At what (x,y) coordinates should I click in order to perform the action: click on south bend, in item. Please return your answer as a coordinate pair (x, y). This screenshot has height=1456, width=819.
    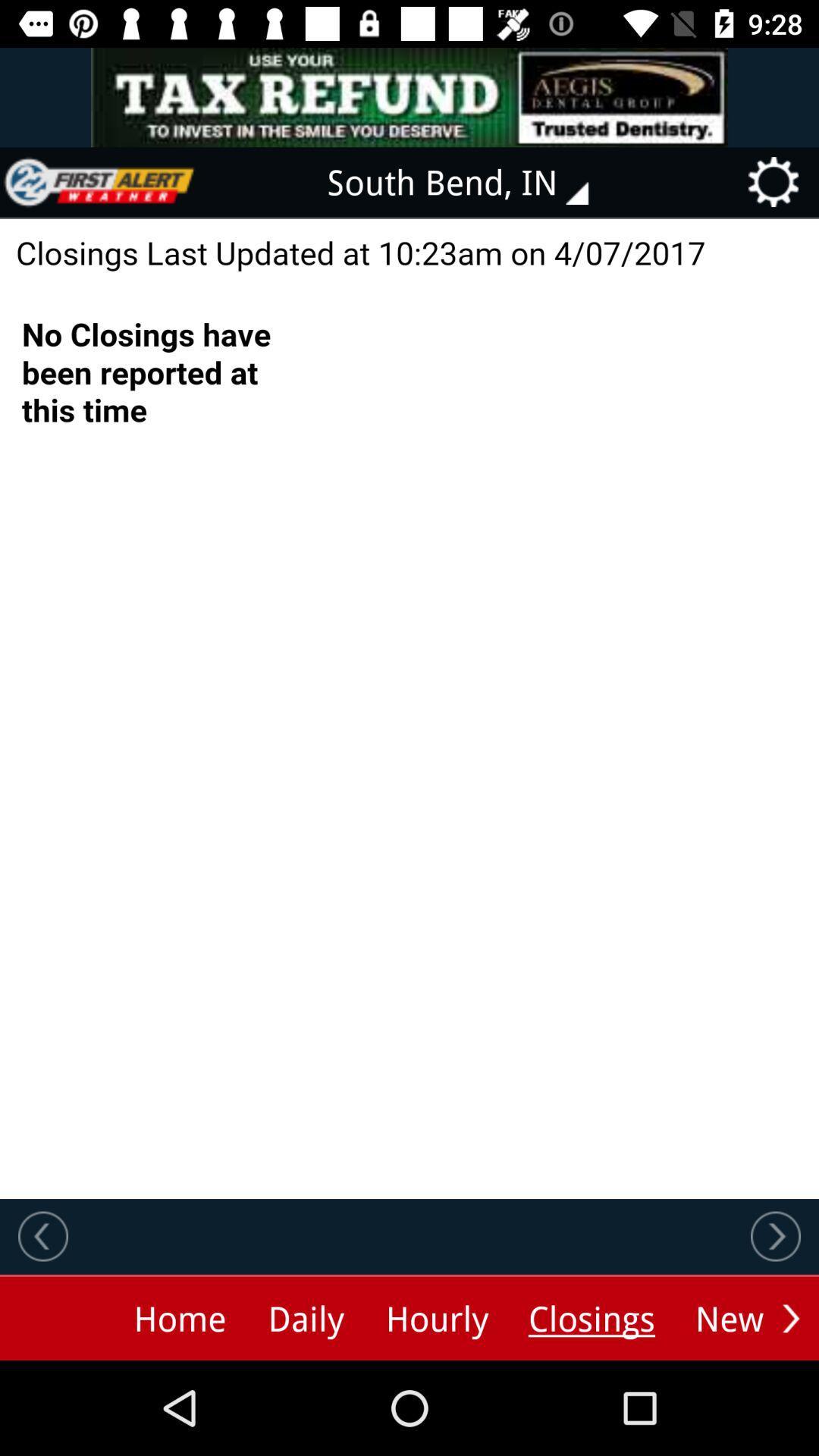
    Looking at the image, I should click on (468, 182).